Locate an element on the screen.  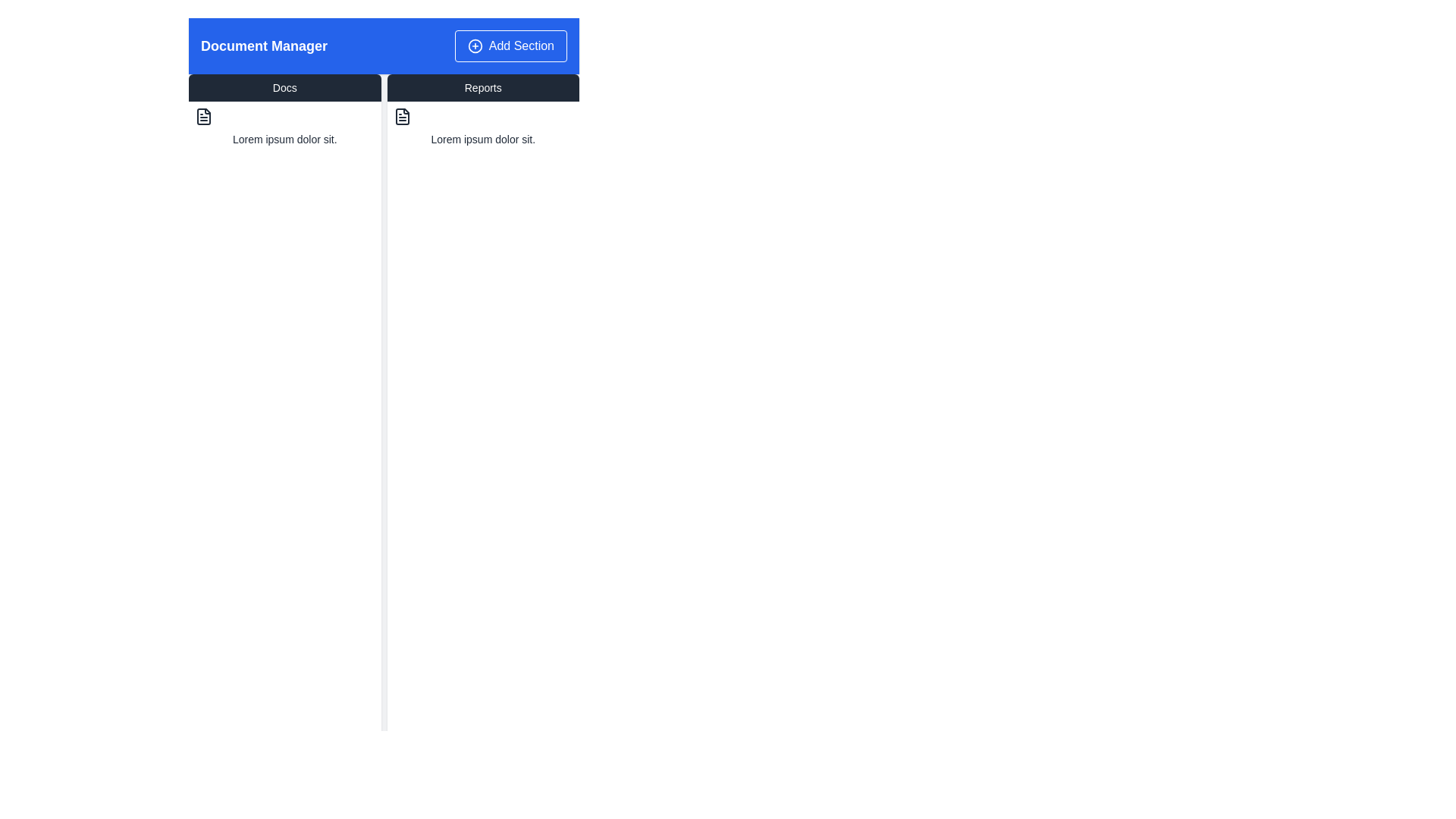
the button located in the top-right corner of the header bar, styled with a blue background and labeled 'Document Manager' is located at coordinates (510, 45).